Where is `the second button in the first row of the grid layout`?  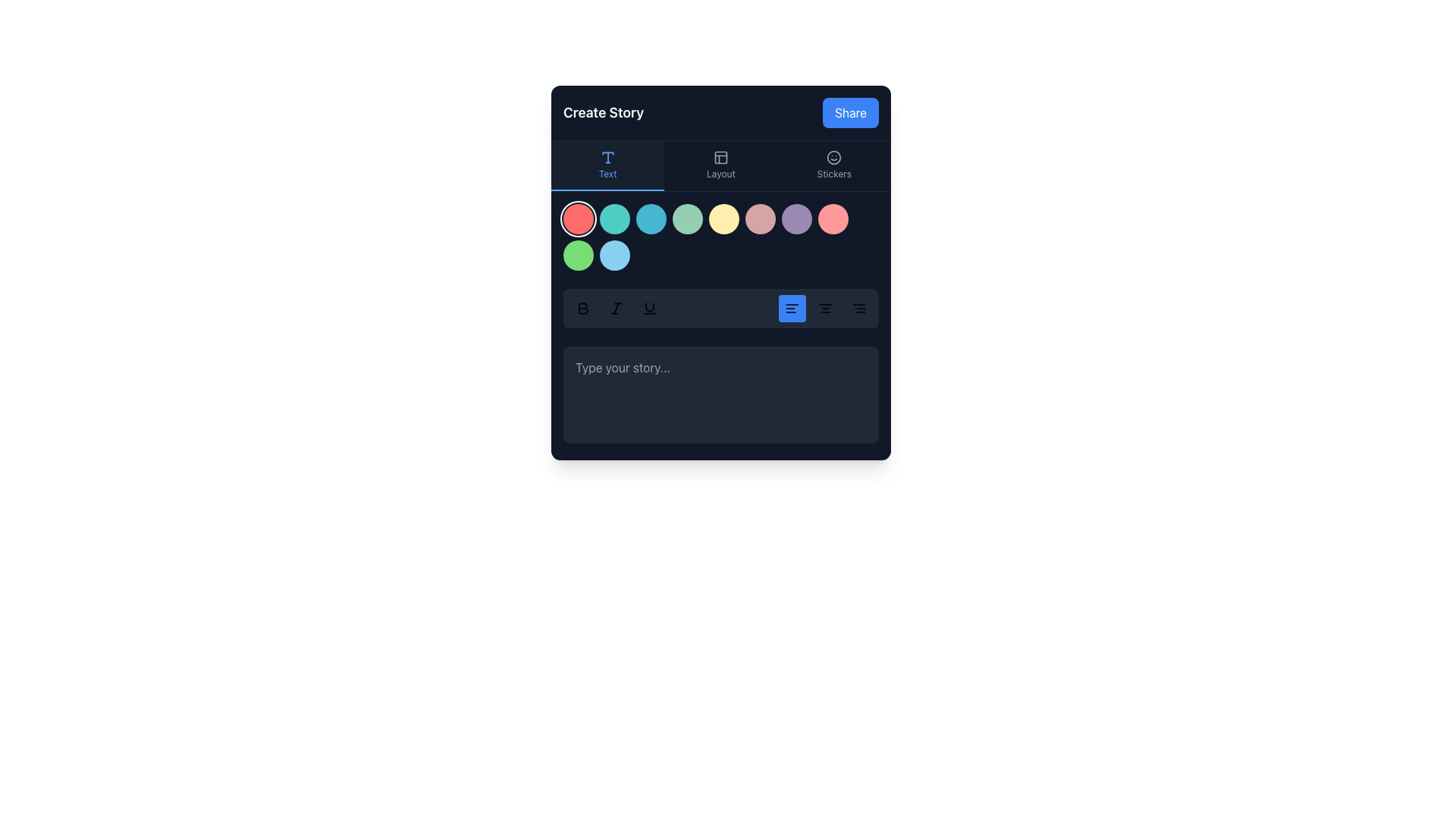
the second button in the first row of the grid layout is located at coordinates (615, 219).